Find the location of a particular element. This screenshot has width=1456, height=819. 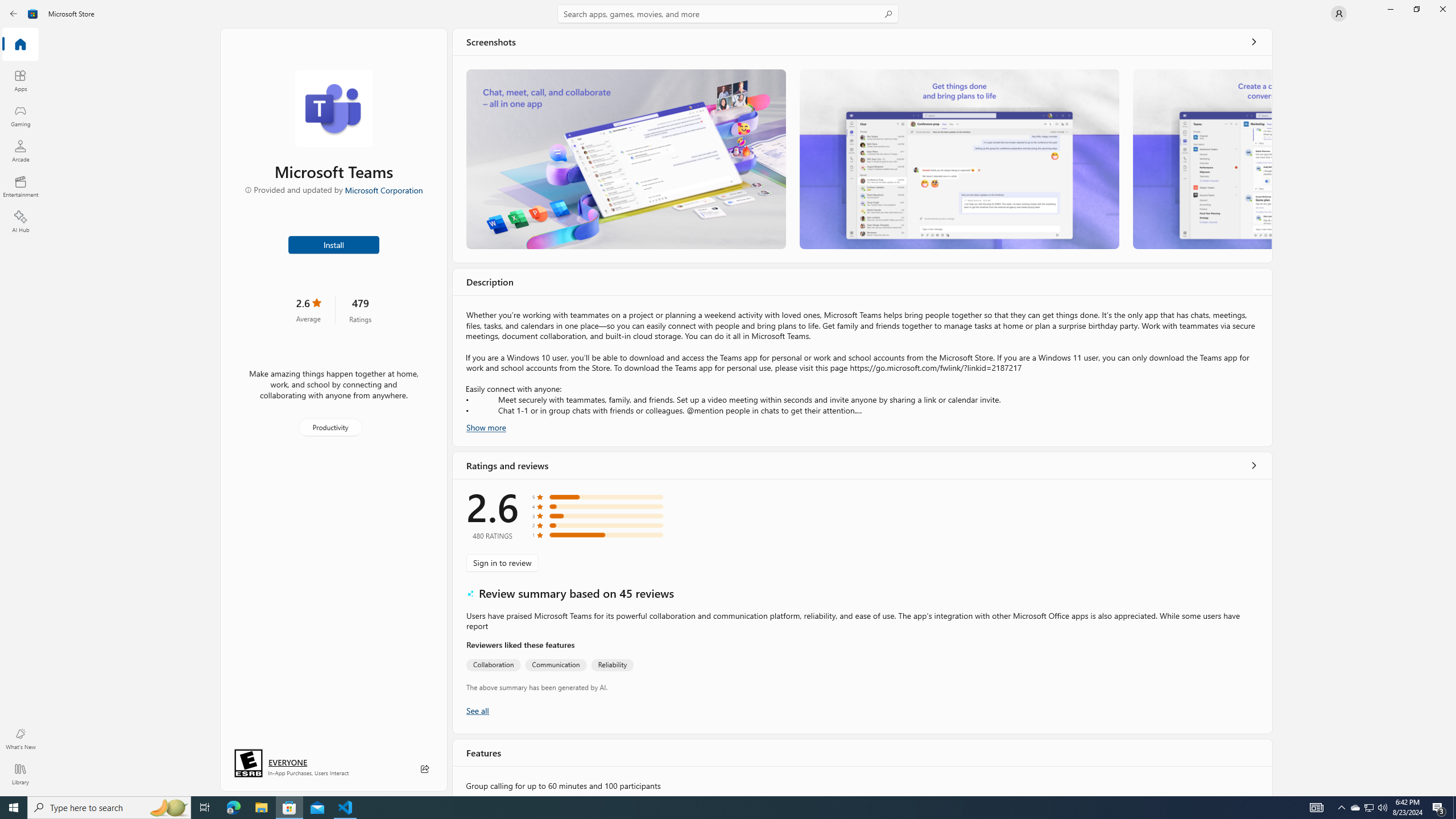

'Search' is located at coordinates (728, 13).